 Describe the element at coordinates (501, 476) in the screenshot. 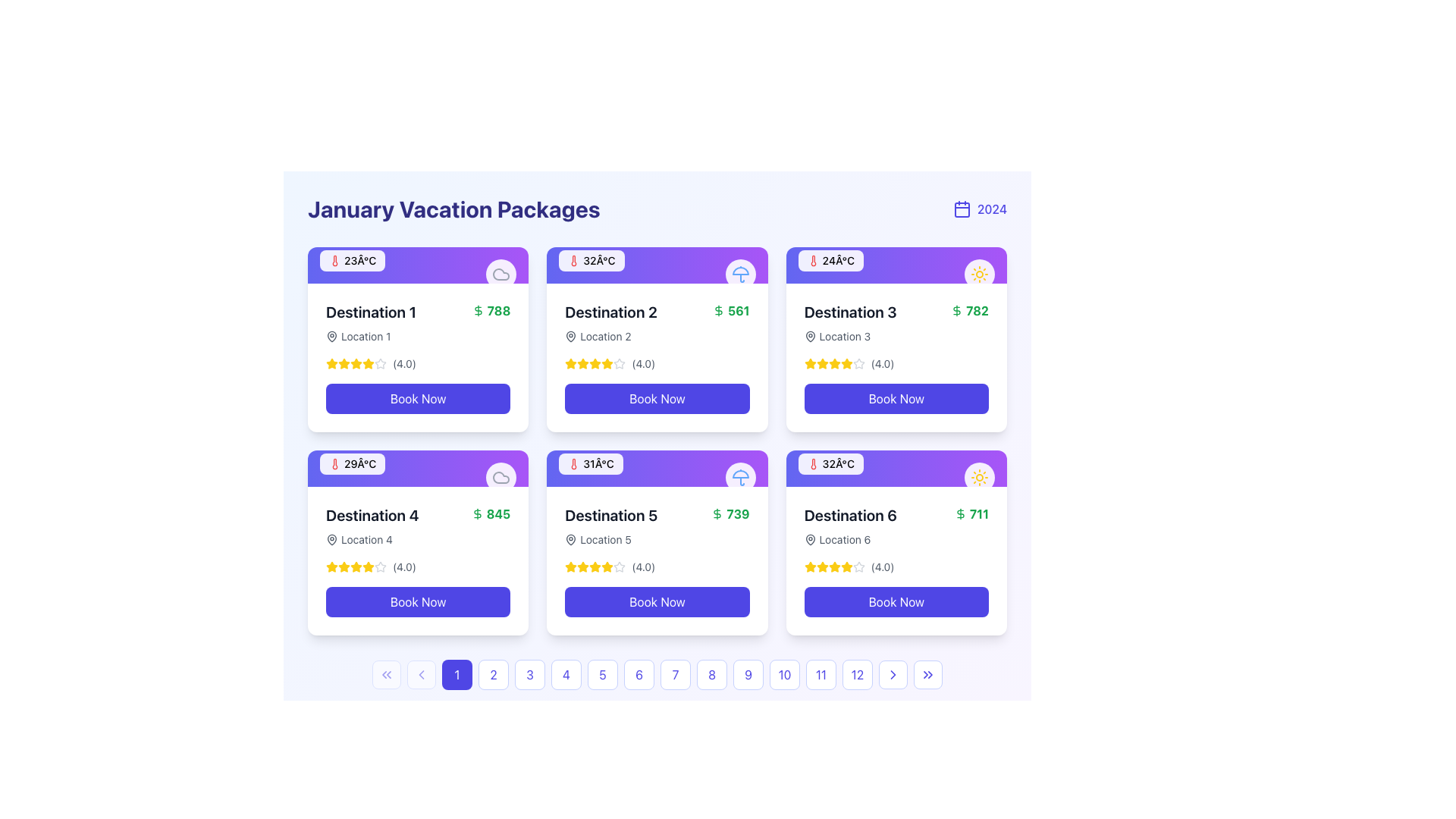

I see `the small white circular icon with a gray cloud illustration located in the top-right corner of the second row and first column card in the grid layout, positioned near the top edge inside a purple header section` at that location.